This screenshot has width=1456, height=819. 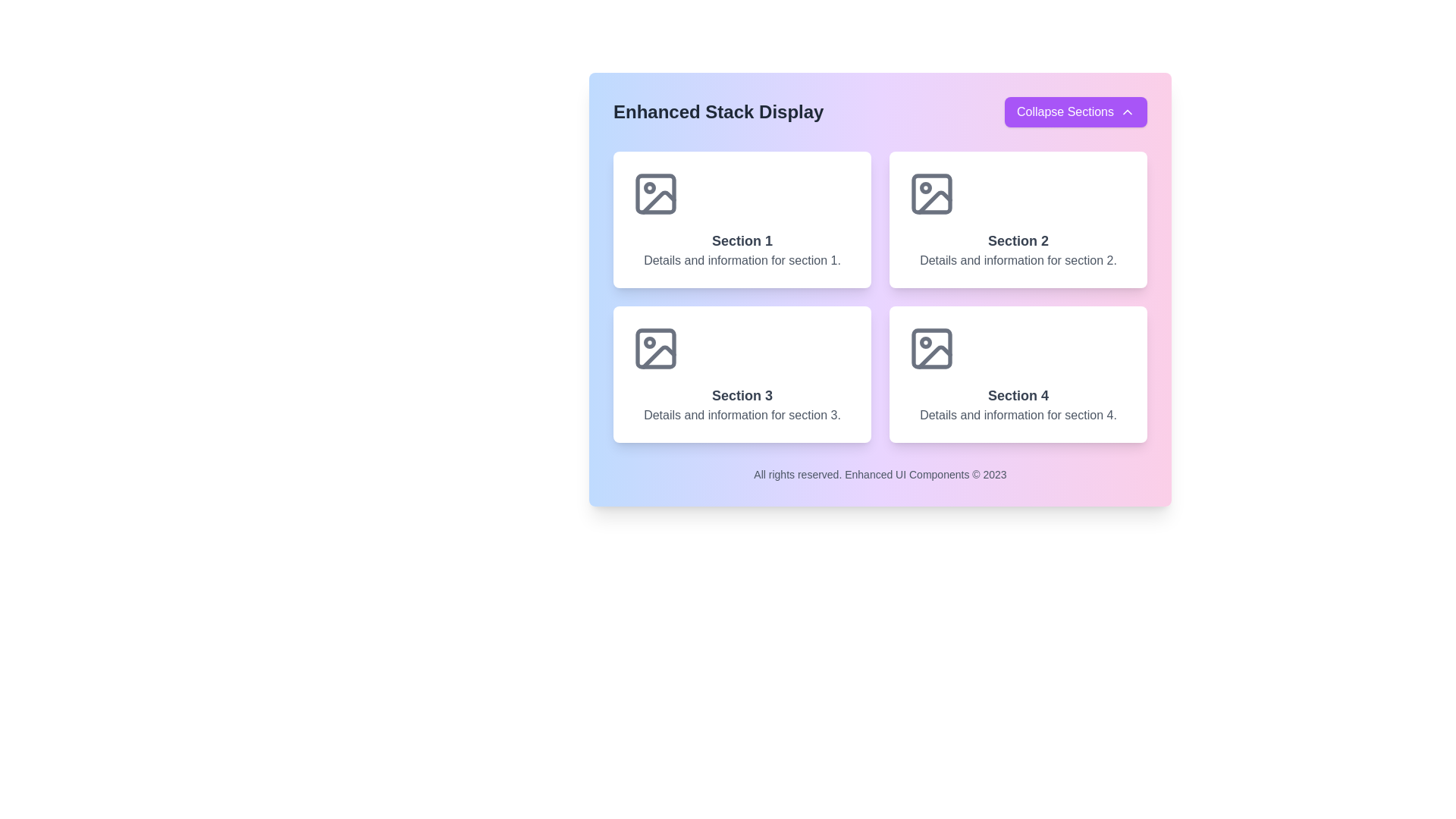 I want to click on the image icon styled with a modern, minimalistic design located in the top-right of the card labeled 'Section 2', so click(x=930, y=193).